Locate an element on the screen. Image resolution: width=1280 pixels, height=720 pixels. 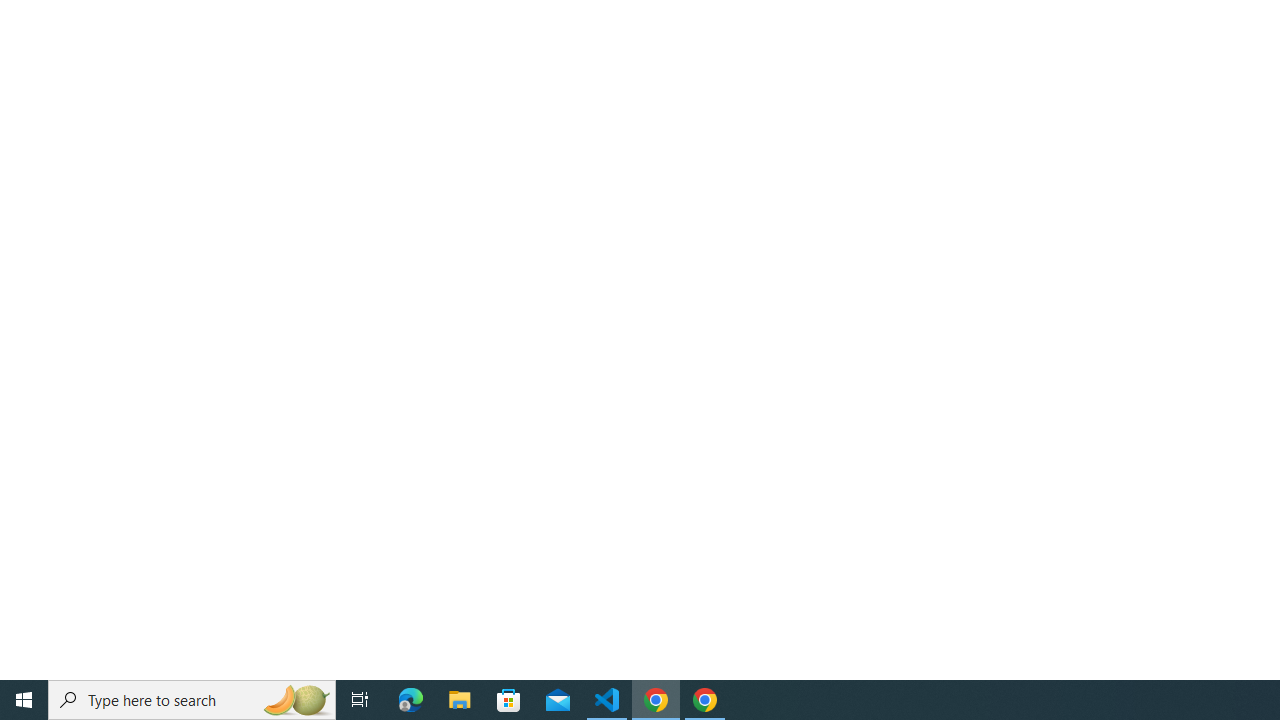
'Search highlights icon opens search home window' is located at coordinates (294, 698).